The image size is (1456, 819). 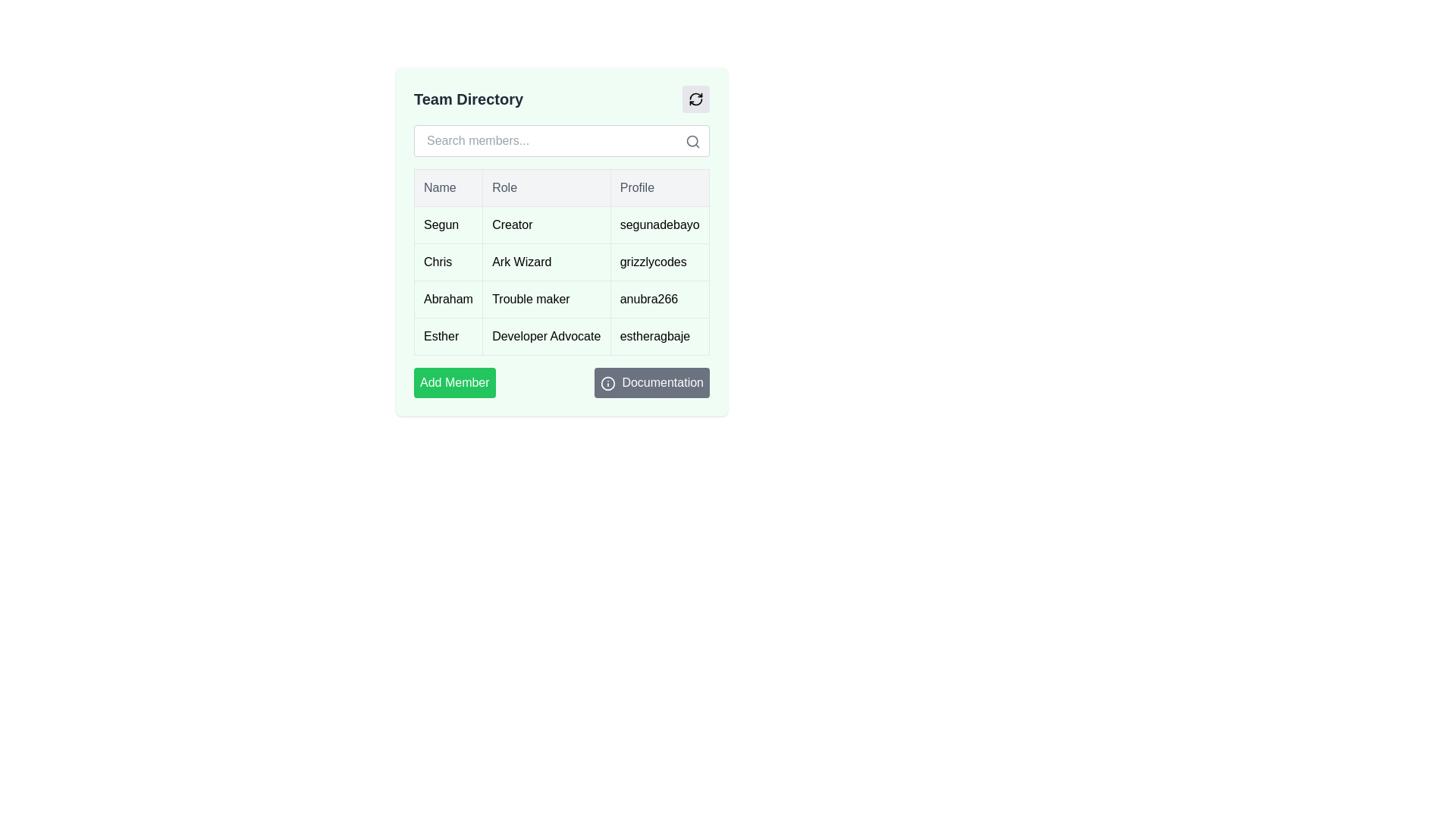 What do you see at coordinates (695, 99) in the screenshot?
I see `the circular arrow icon representing a refresh action located in the top right corner of the 'Team Directory' card` at bounding box center [695, 99].